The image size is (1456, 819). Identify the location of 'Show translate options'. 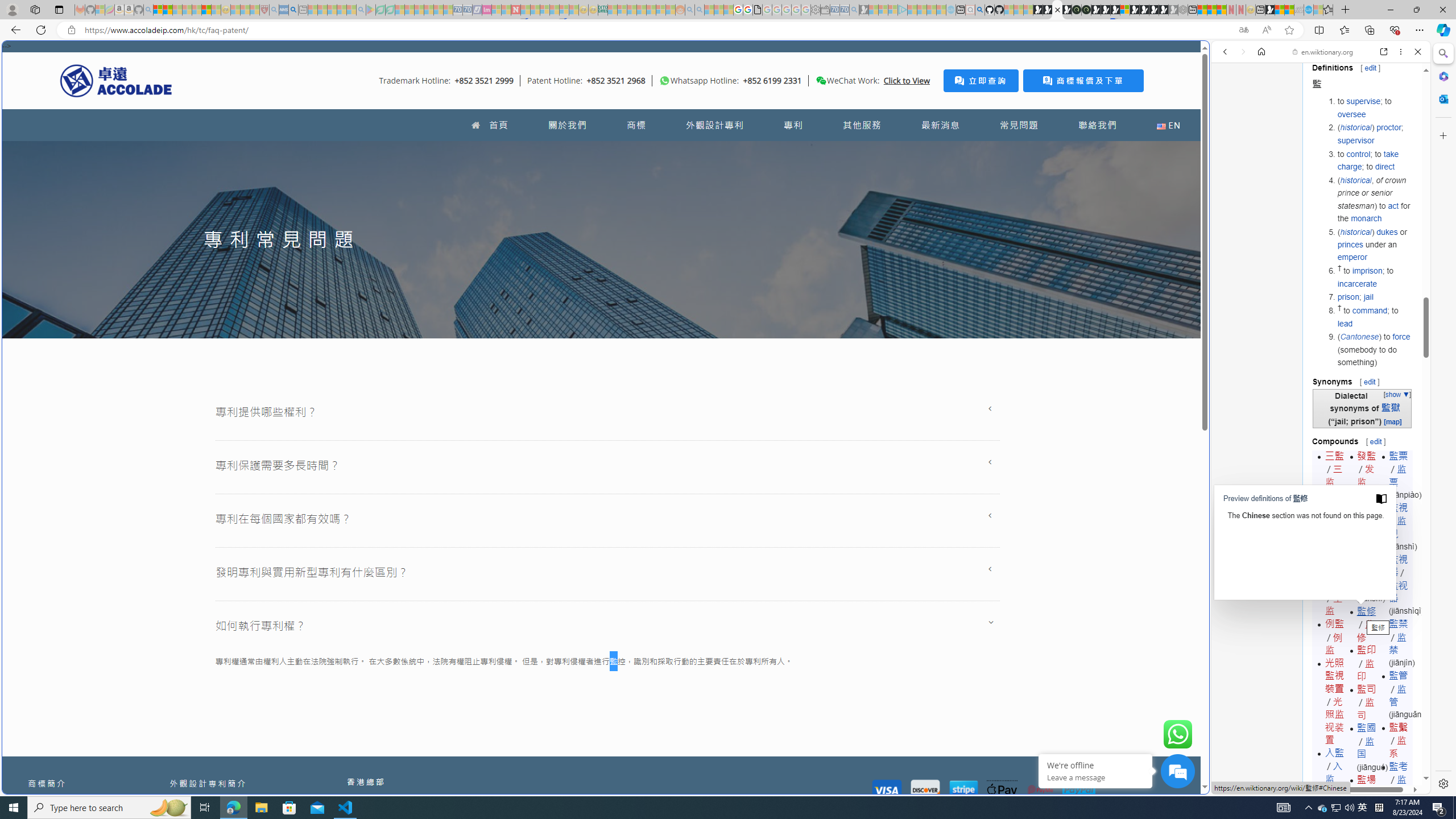
(1243, 30).